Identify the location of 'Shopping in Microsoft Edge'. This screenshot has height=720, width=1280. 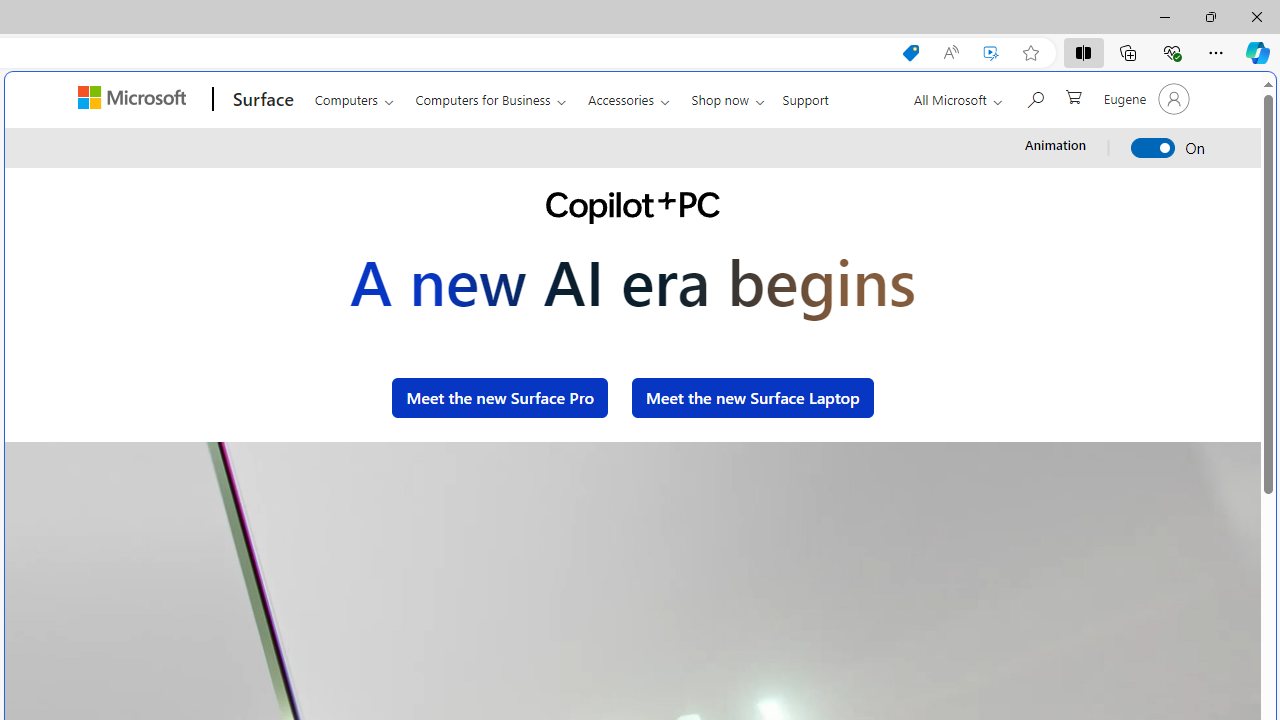
(909, 52).